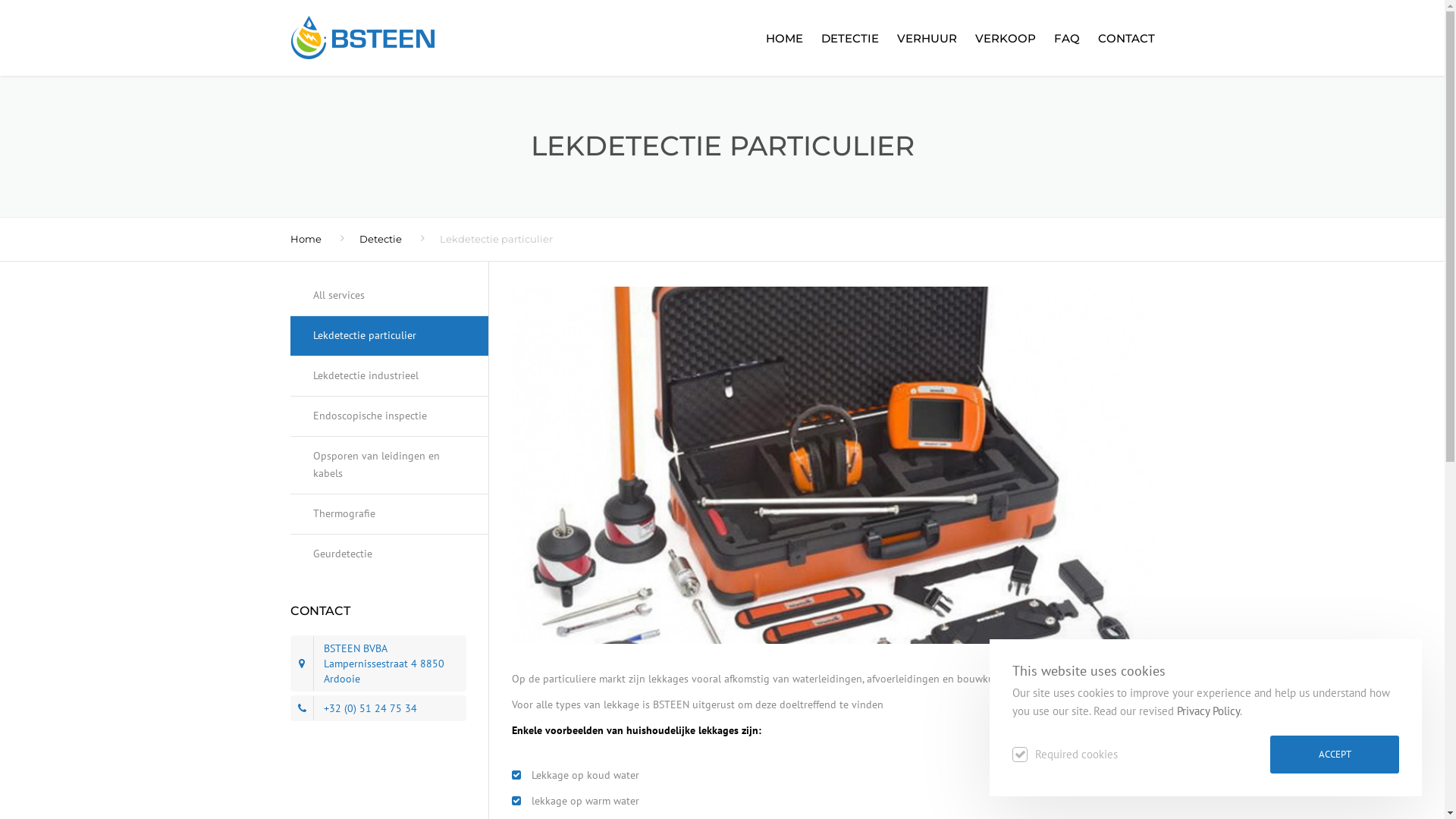 The height and width of the screenshot is (819, 1456). Describe the element at coordinates (1005, 37) in the screenshot. I see `'VERKOOP'` at that location.